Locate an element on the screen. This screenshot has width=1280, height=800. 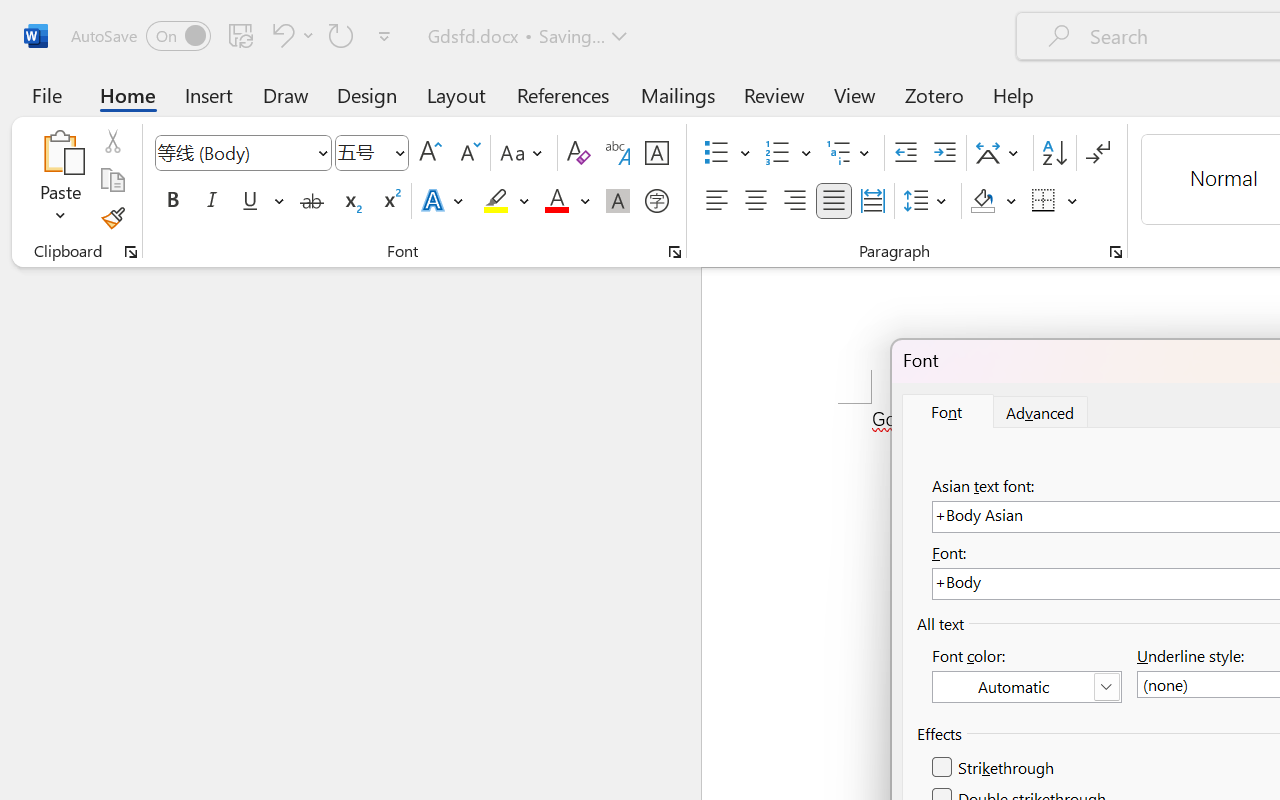
'Show/Hide Editing Marks' is located at coordinates (1097, 153).